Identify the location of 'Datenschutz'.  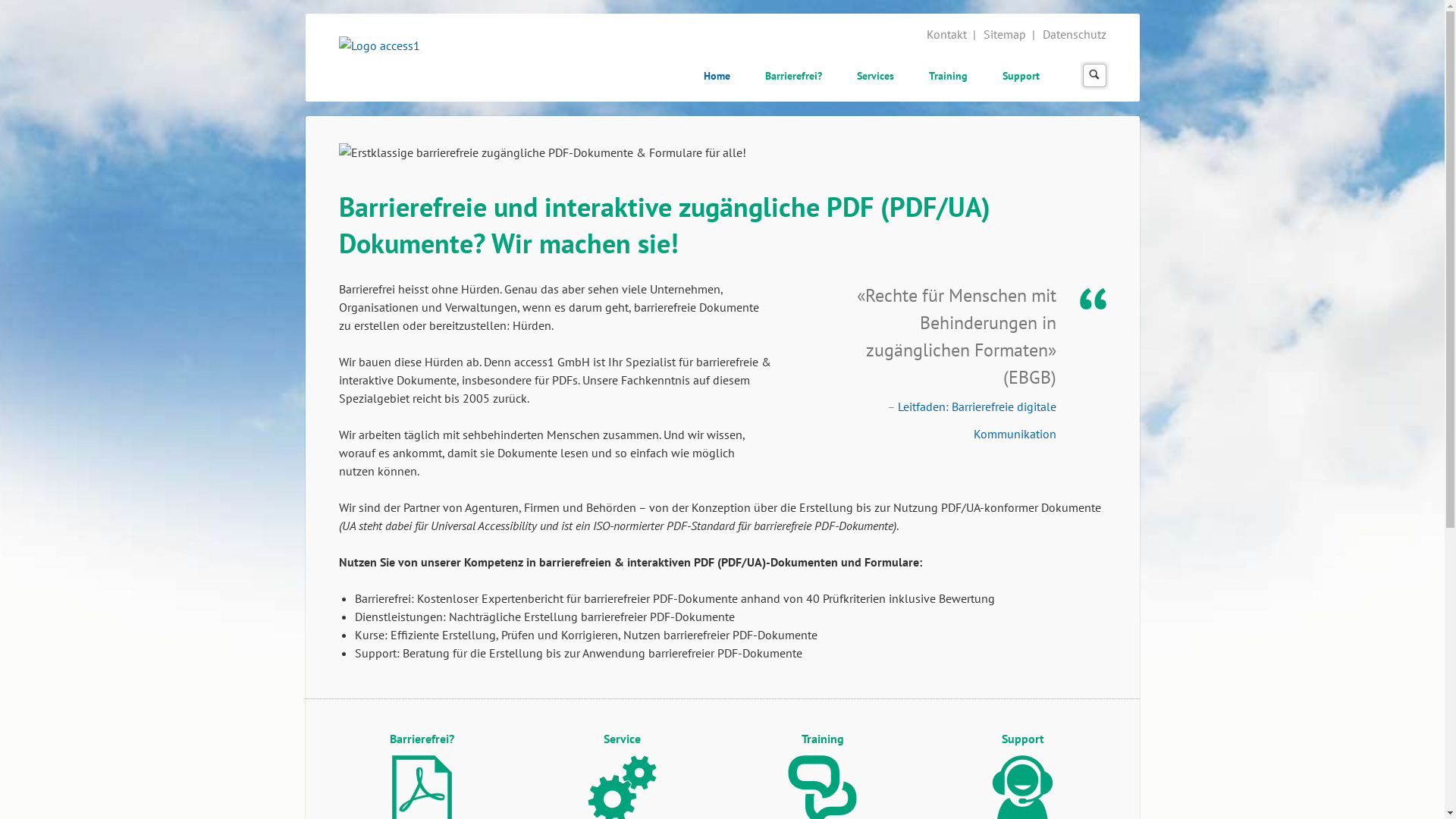
(1073, 34).